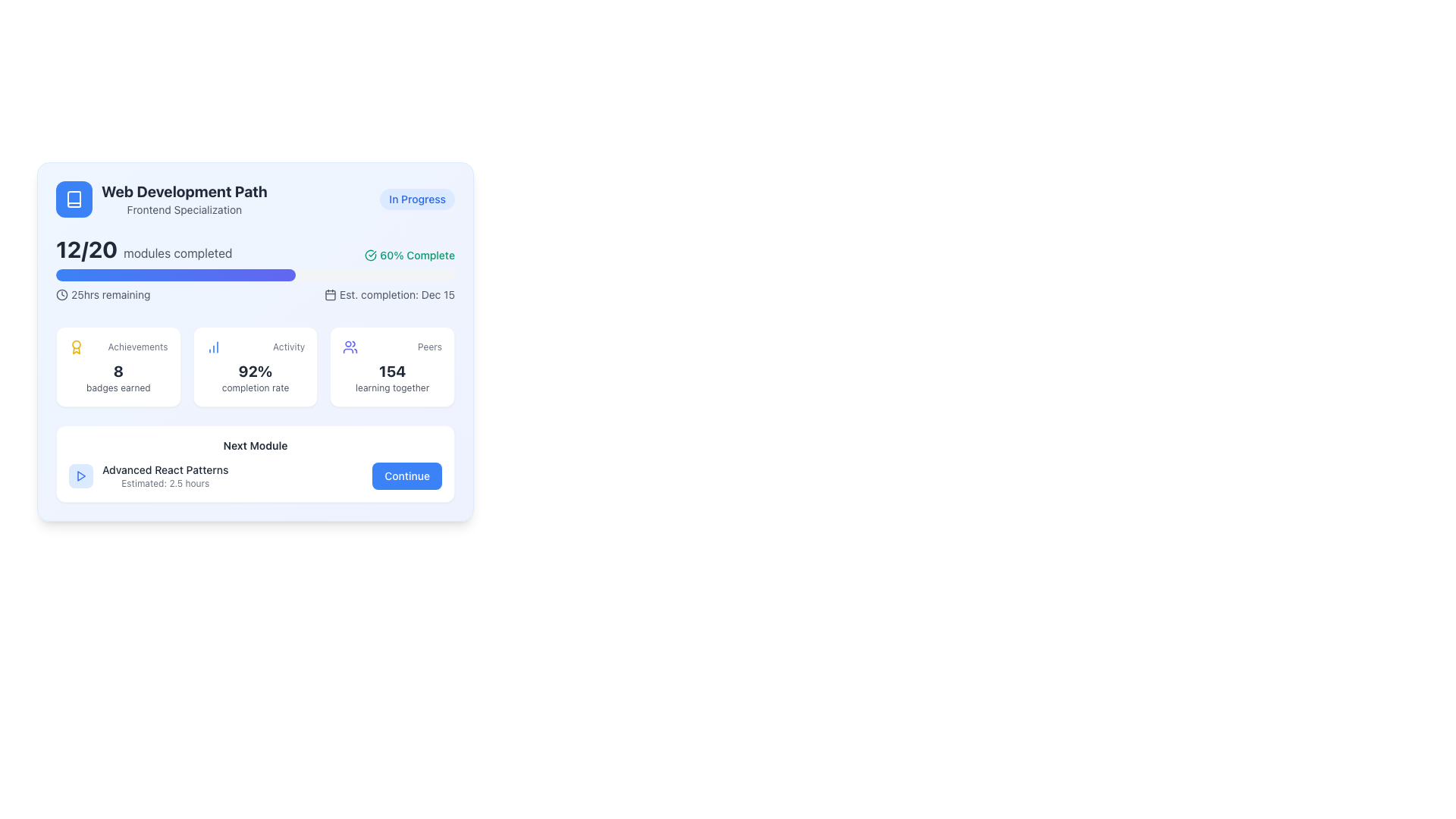 The width and height of the screenshot is (1456, 819). I want to click on numerical value indicating the number of achievements or badges earned, located centrally within the first card in the statistics section, directly below the 'Achievements' heading, so click(118, 371).